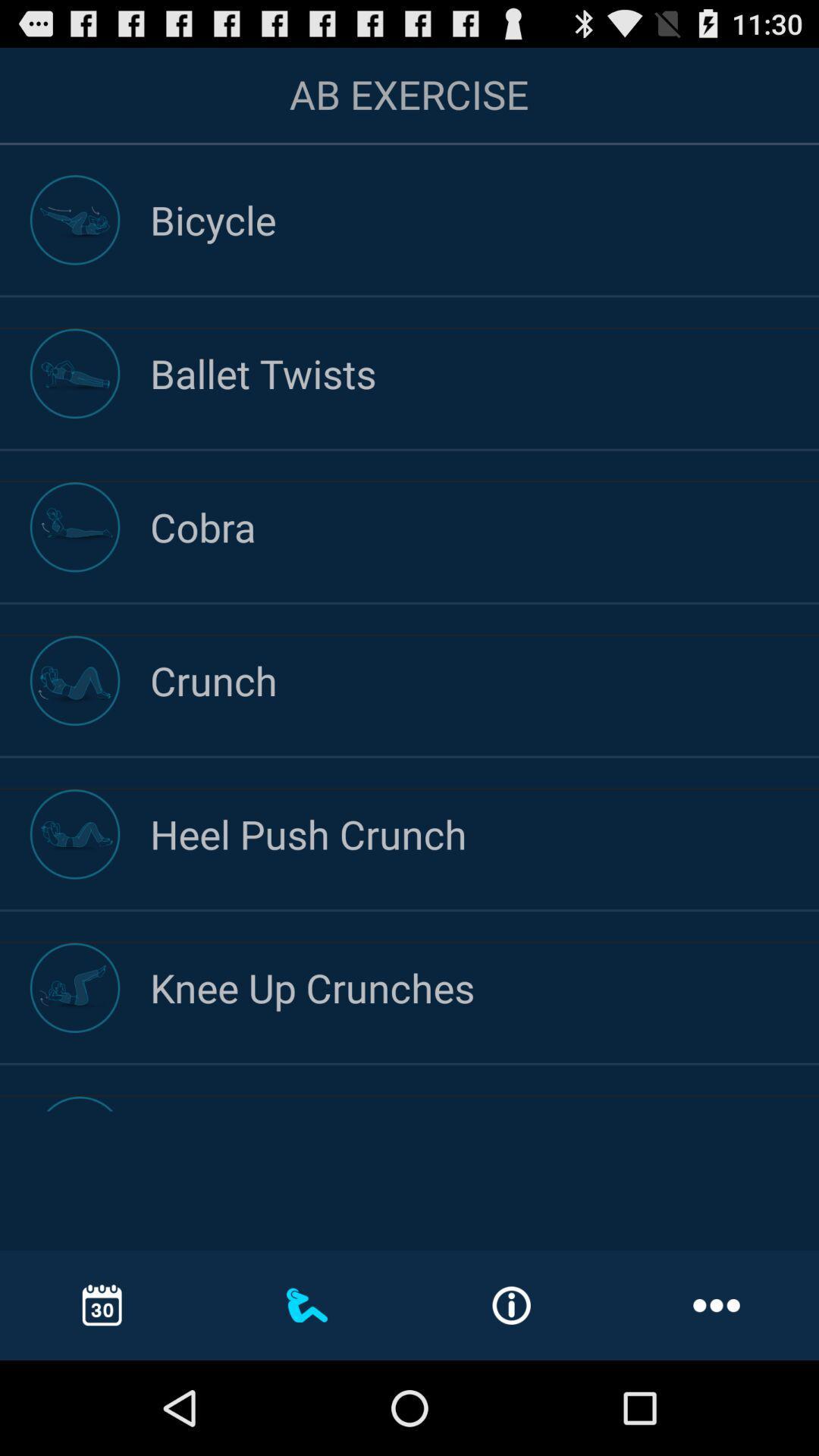 This screenshot has height=1456, width=819. Describe the element at coordinates (485, 526) in the screenshot. I see `the cobra` at that location.